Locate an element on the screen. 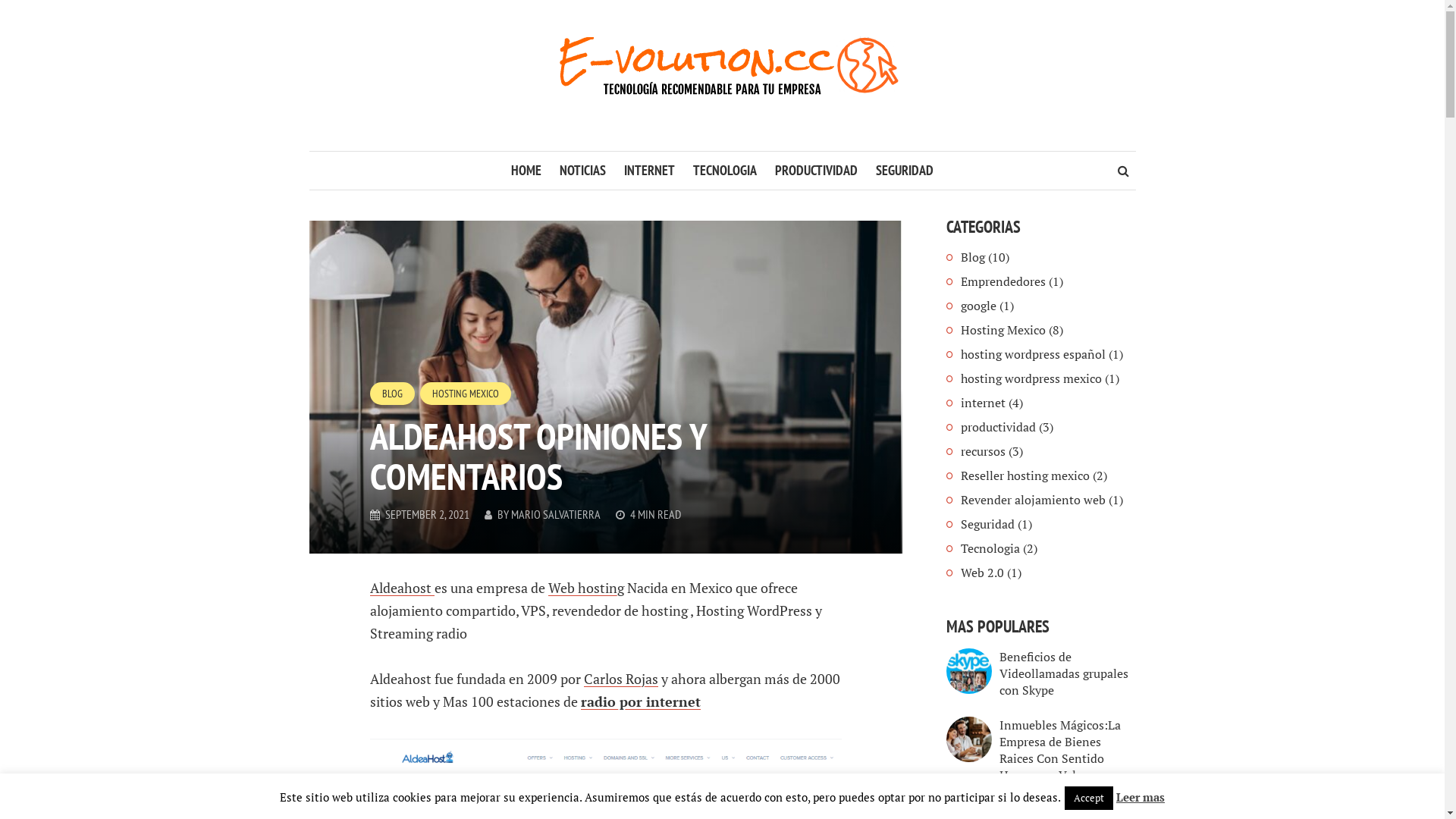 The image size is (1456, 819). 'Tecnologia' is located at coordinates (990, 548).